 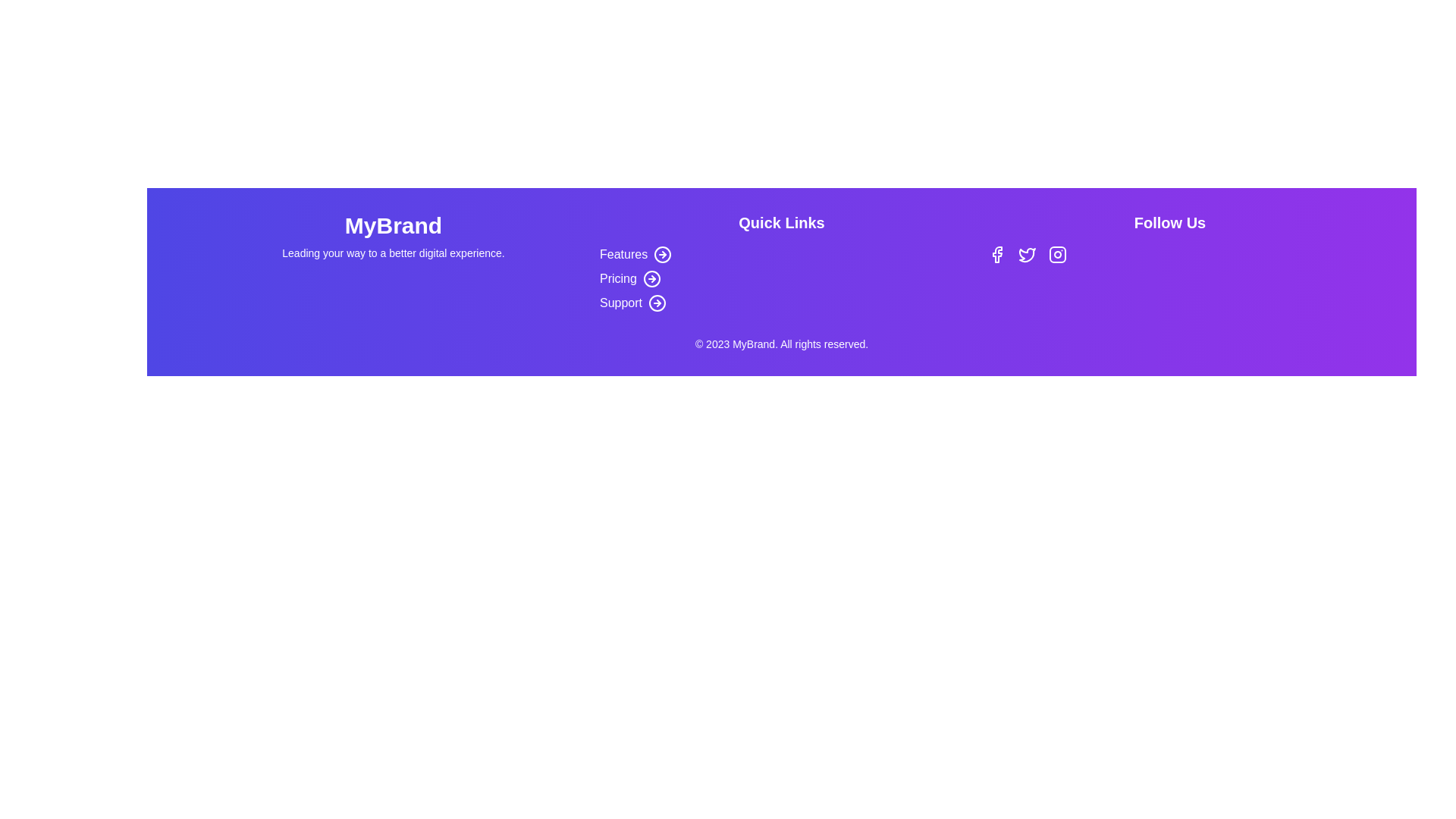 What do you see at coordinates (997, 253) in the screenshot?
I see `the Facebook logo icon located in the 'Follow Us' section of the footer` at bounding box center [997, 253].